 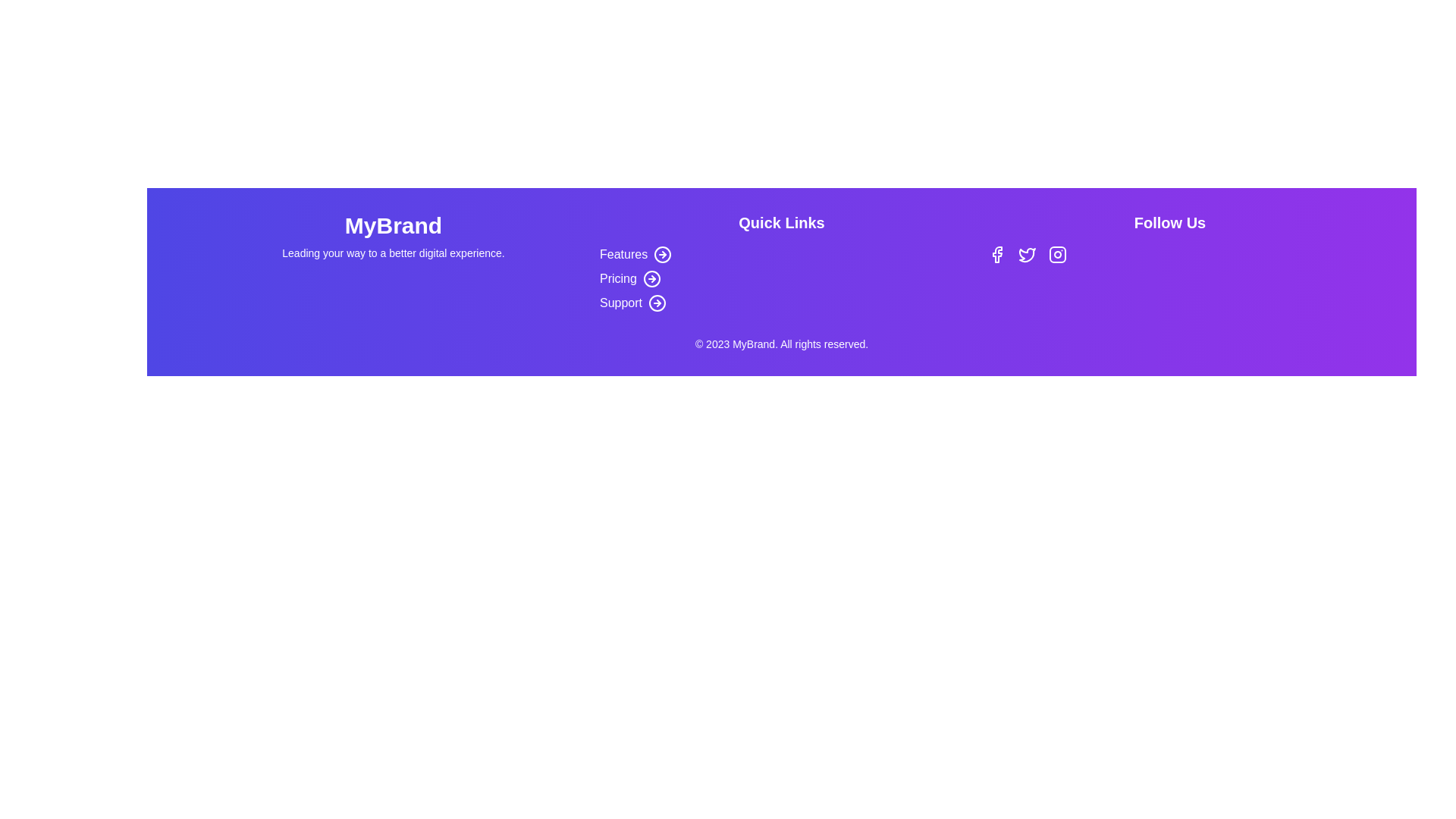 What do you see at coordinates (997, 253) in the screenshot?
I see `the Facebook logo icon located in the 'Follow Us' section of the footer` at bounding box center [997, 253].